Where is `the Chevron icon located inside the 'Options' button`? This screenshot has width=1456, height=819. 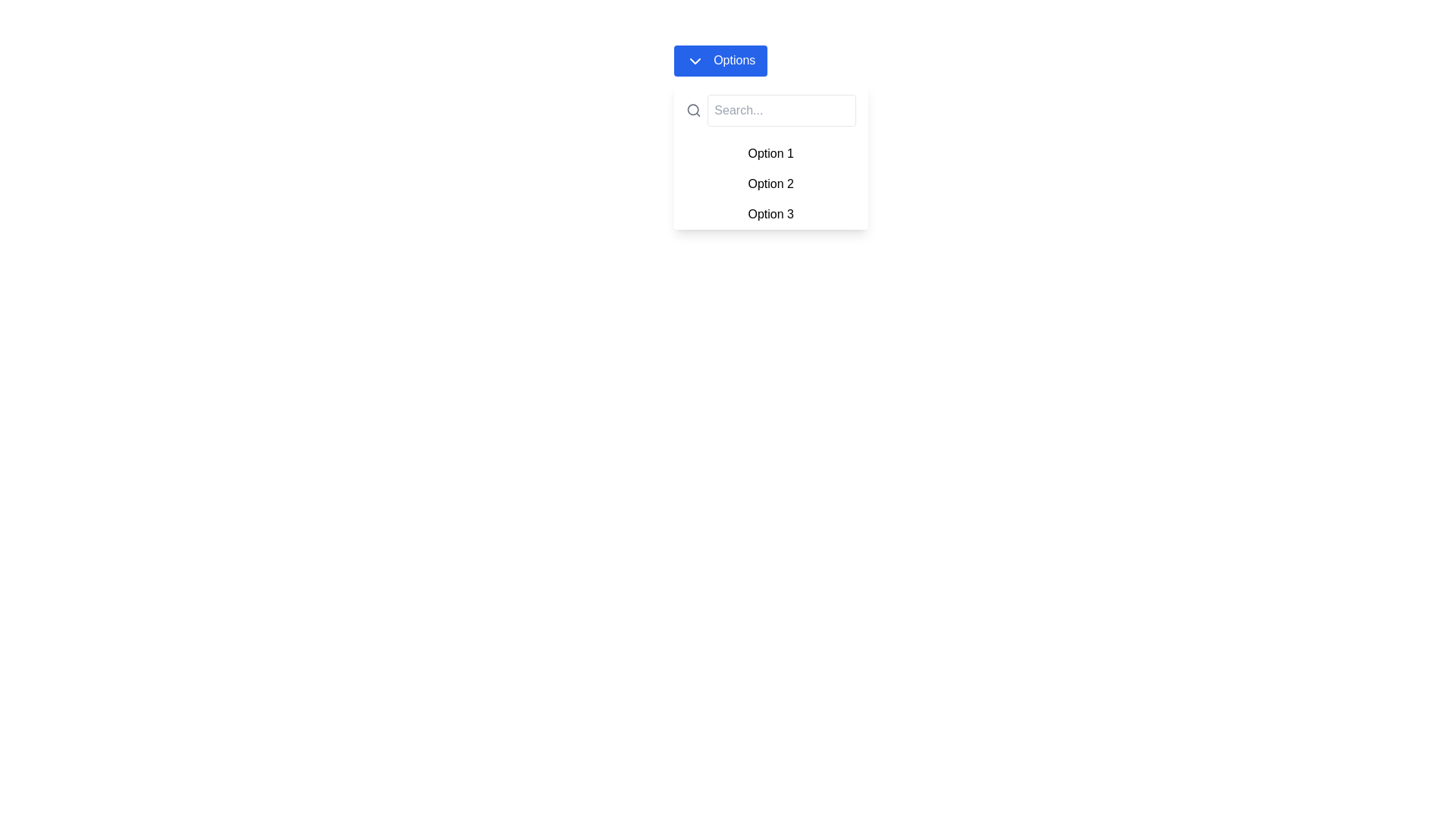
the Chevron icon located inside the 'Options' button is located at coordinates (694, 60).